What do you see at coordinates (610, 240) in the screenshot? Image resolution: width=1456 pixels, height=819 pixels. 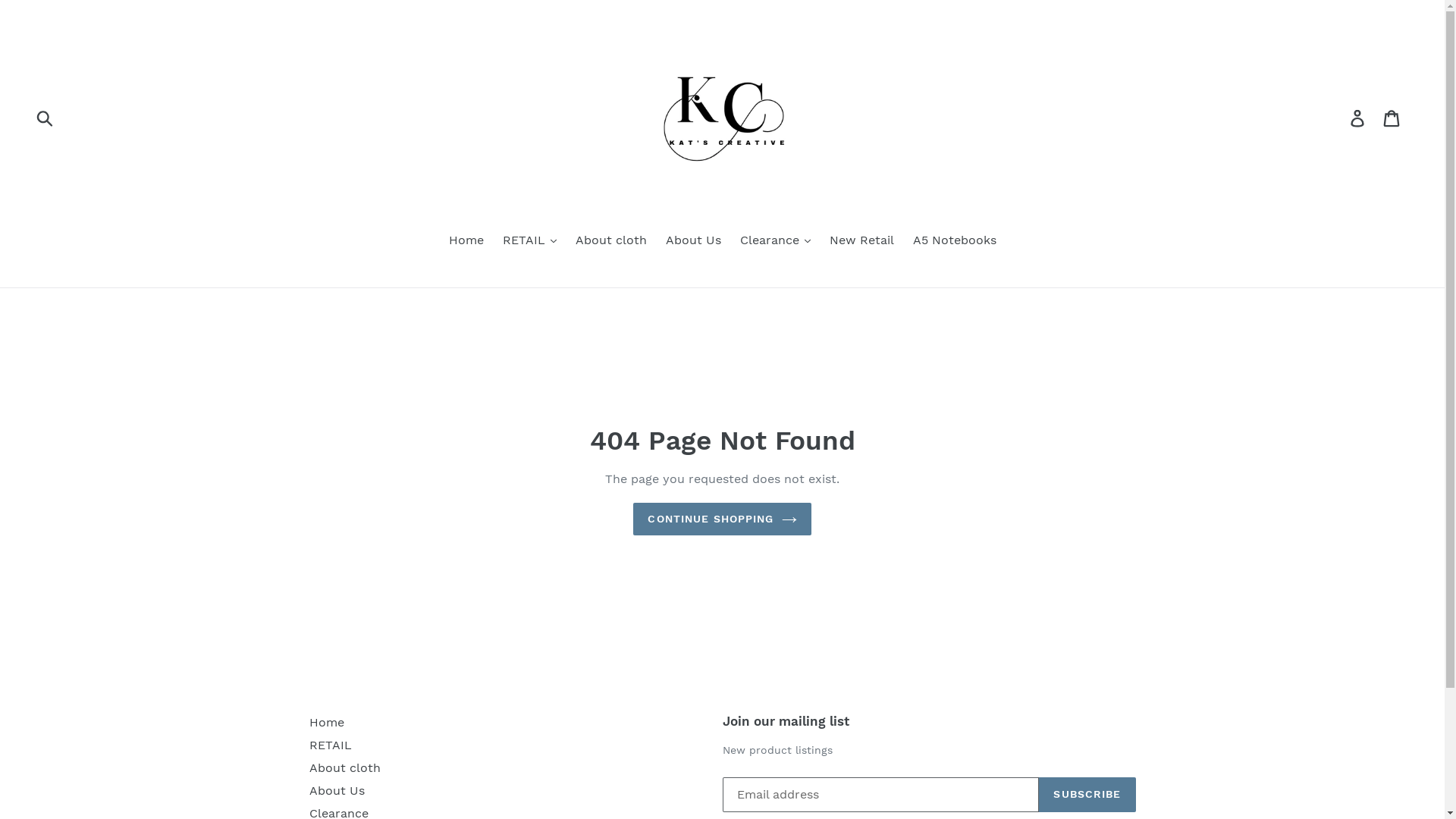 I see `'About cloth'` at bounding box center [610, 240].